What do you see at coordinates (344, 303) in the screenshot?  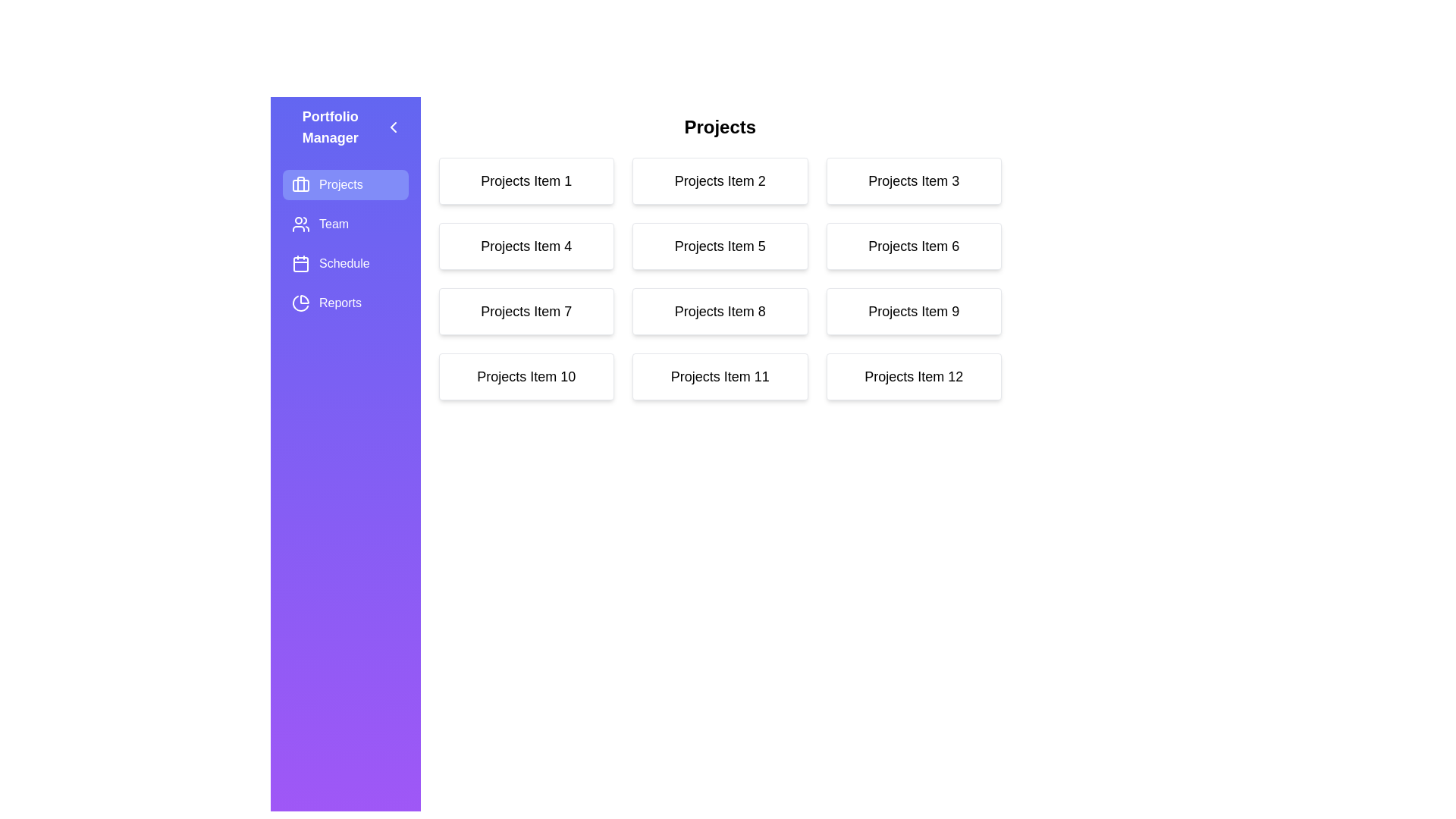 I see `the element Reports to observe its visual feedback` at bounding box center [344, 303].